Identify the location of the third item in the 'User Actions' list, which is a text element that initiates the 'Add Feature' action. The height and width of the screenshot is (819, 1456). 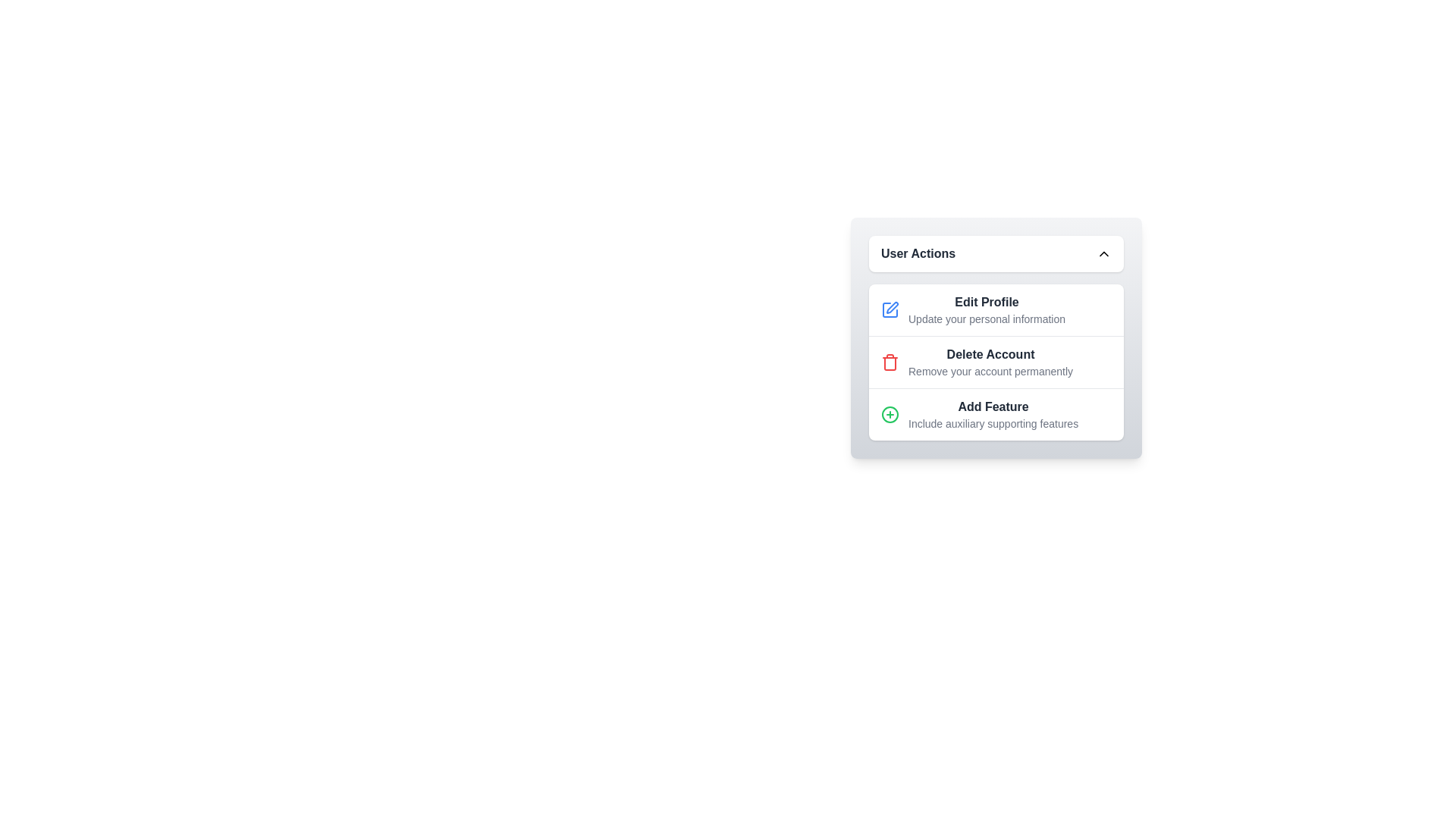
(993, 415).